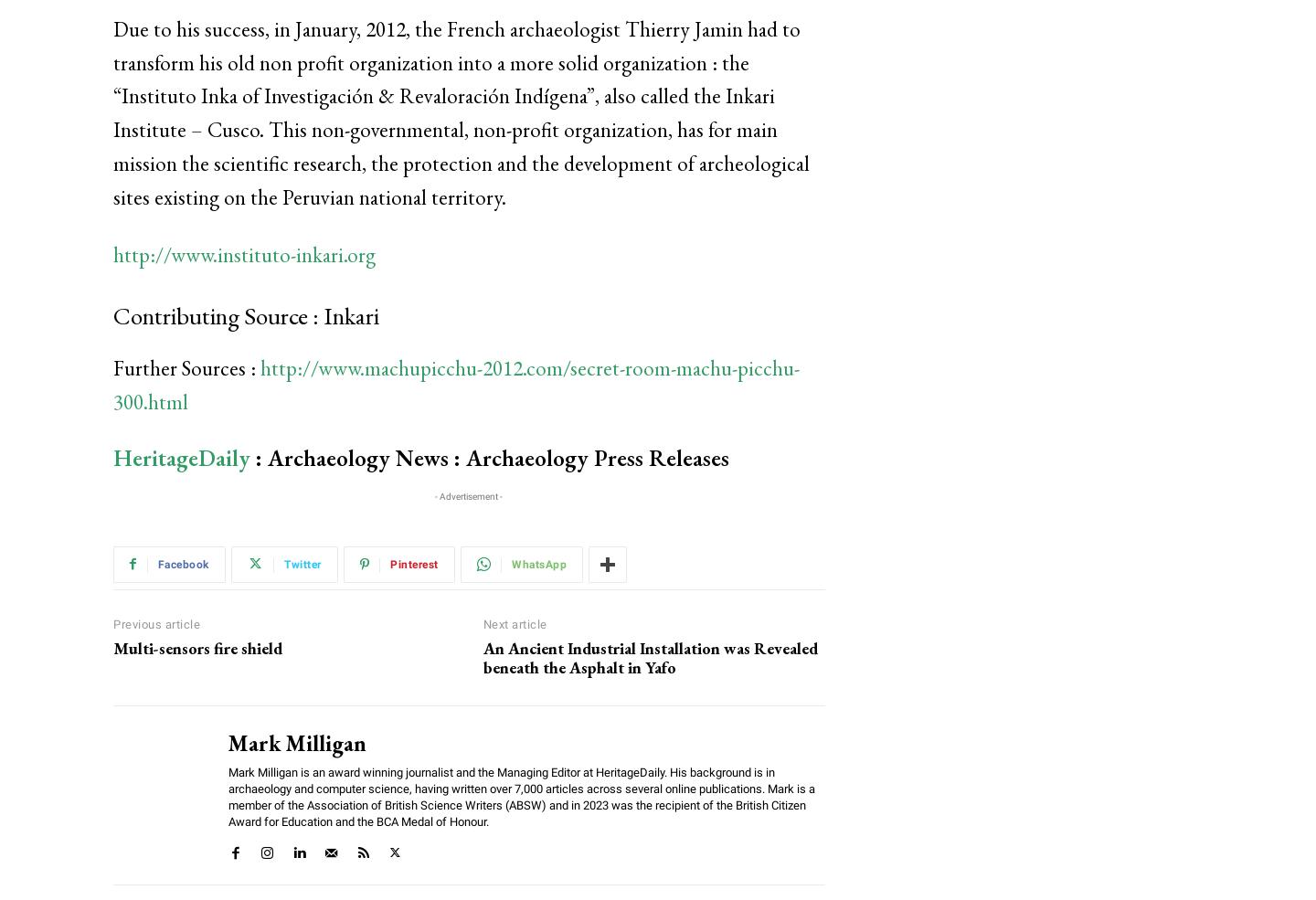 Image resolution: width=1316 pixels, height=900 pixels. Describe the element at coordinates (186, 366) in the screenshot. I see `'Further Sources :'` at that location.